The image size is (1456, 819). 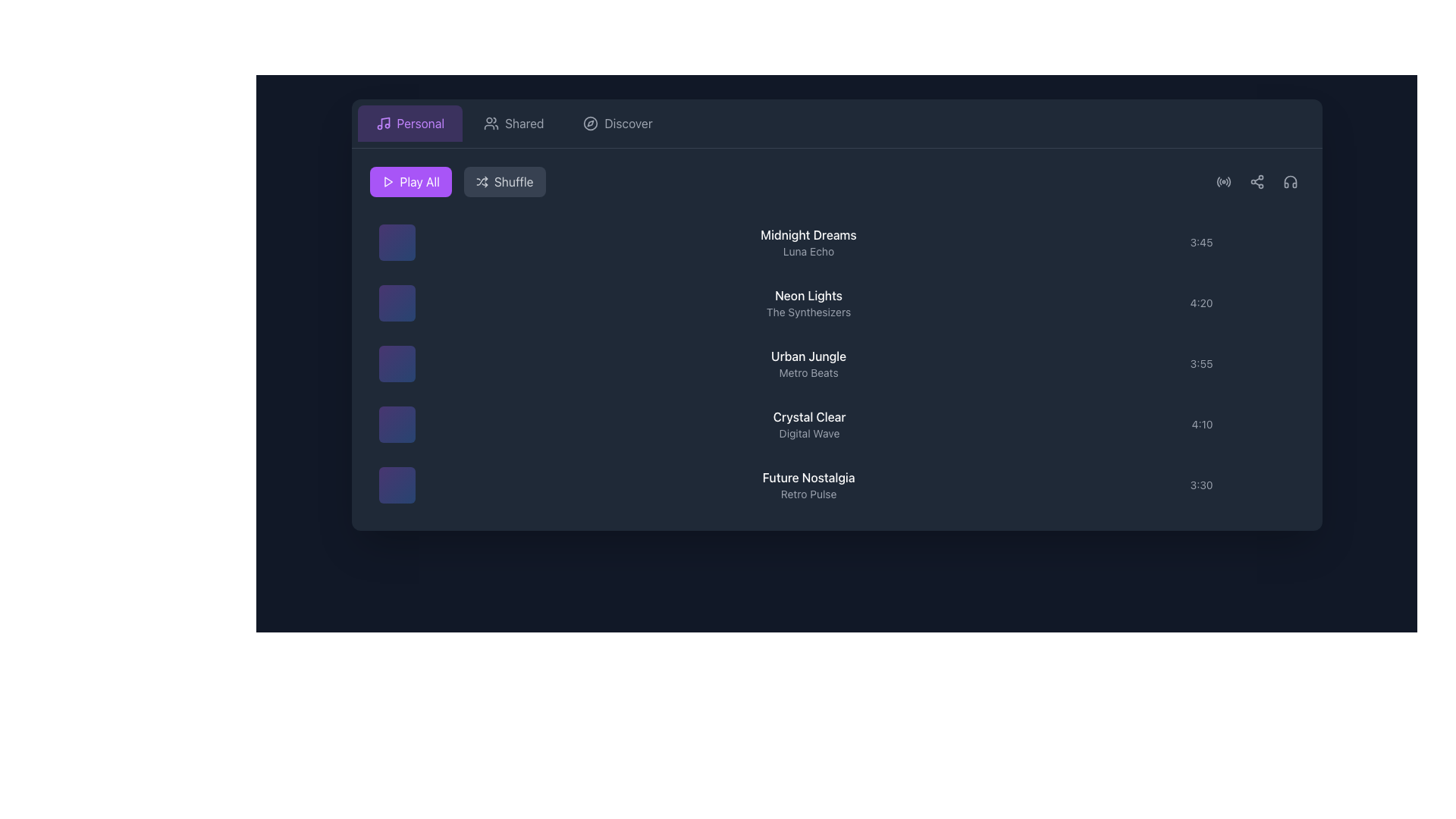 I want to click on the inner graphical element of the headphone icon located in the top-right corner of the music application interface, so click(x=1289, y=180).